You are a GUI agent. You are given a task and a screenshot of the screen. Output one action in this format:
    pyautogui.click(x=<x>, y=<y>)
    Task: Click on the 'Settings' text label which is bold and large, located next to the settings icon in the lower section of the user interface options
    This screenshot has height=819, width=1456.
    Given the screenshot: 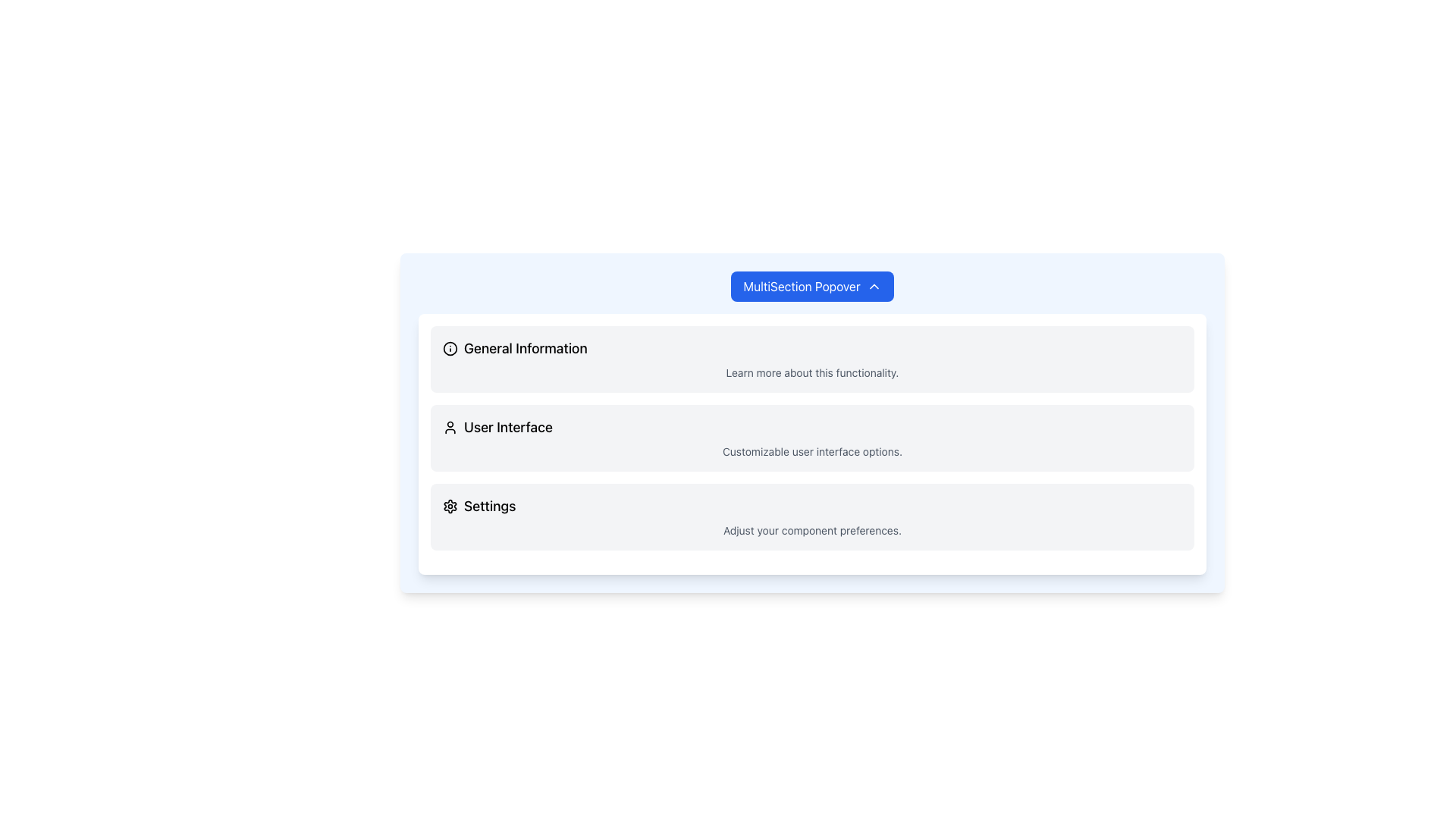 What is the action you would take?
    pyautogui.click(x=490, y=506)
    